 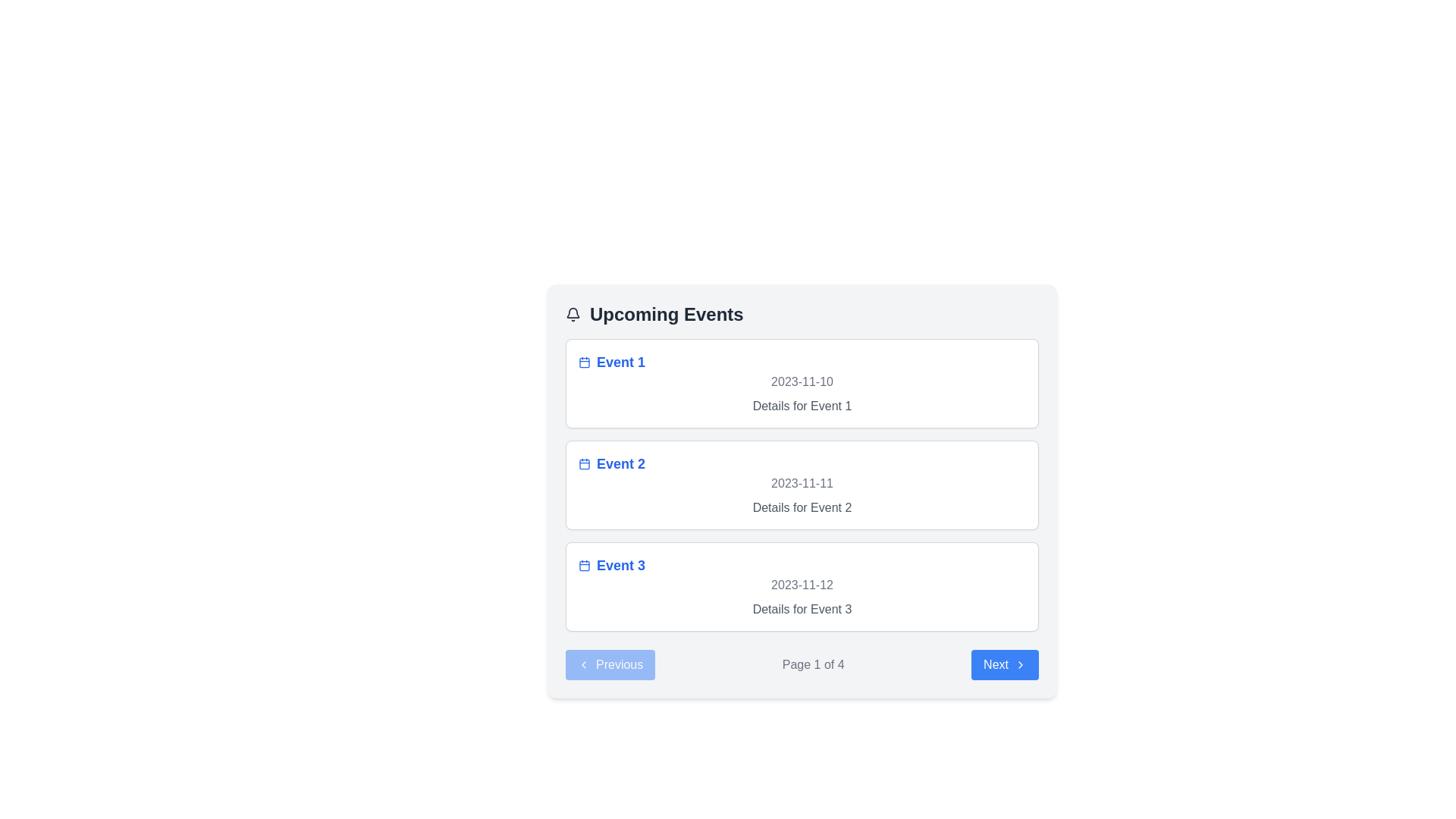 What do you see at coordinates (801, 608) in the screenshot?
I see `text display located at the bottom of the card labeled 'Event 3', which provides additional information about the event` at bounding box center [801, 608].